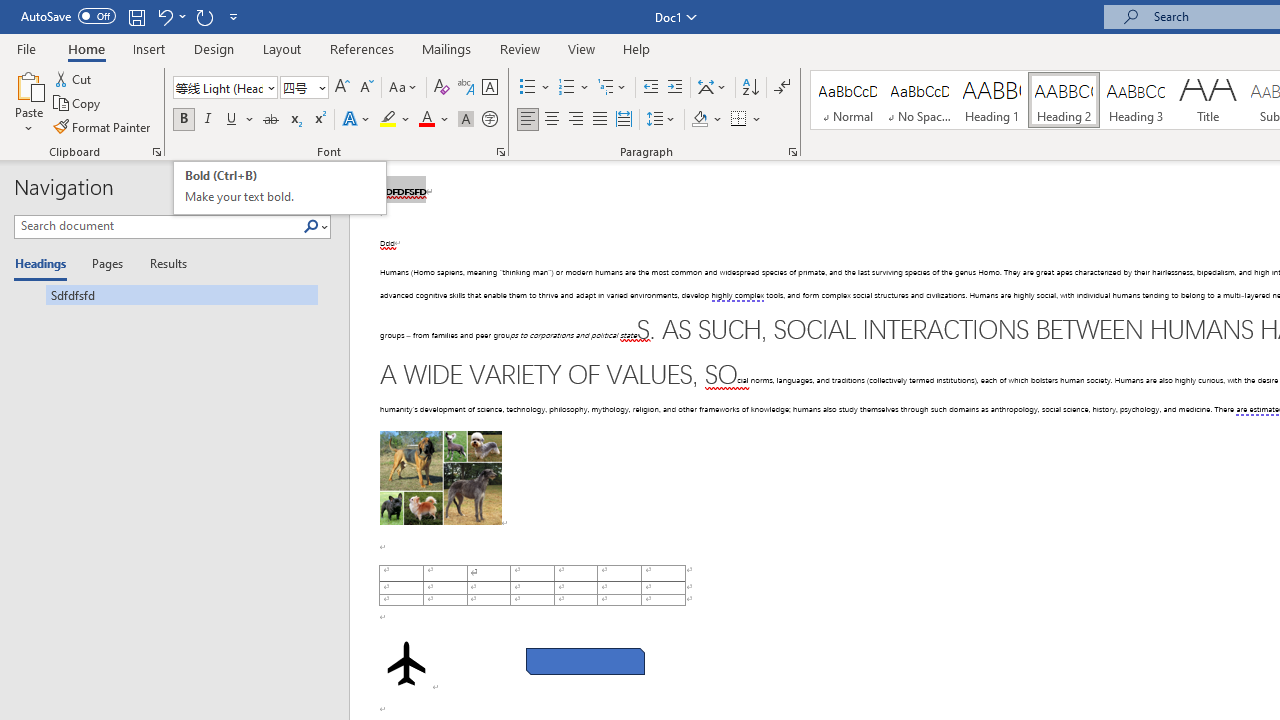 The height and width of the screenshot is (720, 1280). Describe the element at coordinates (439, 478) in the screenshot. I see `'Morphological variation in six dogs'` at that location.